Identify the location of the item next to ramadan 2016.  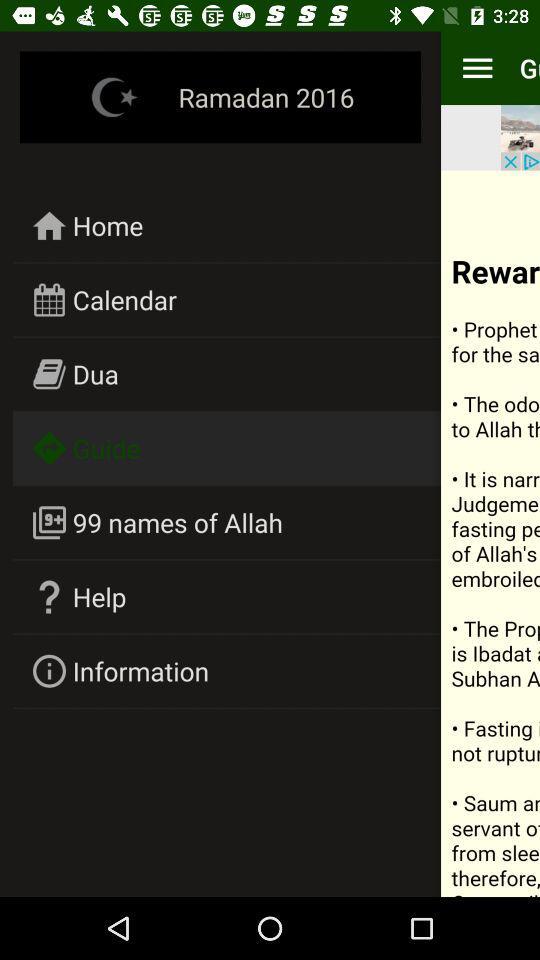
(476, 68).